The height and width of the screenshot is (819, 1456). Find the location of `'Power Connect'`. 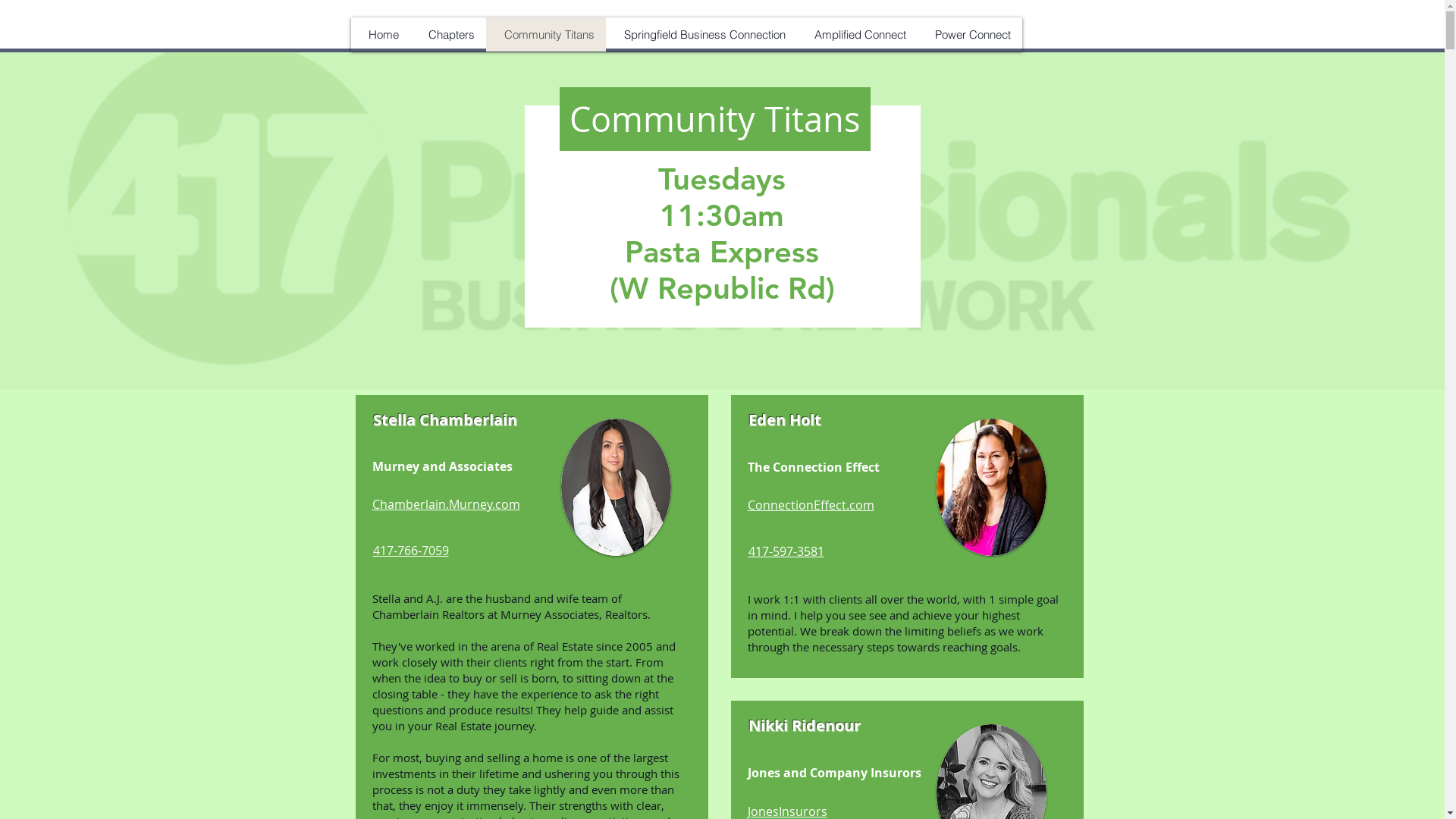

'Power Connect' is located at coordinates (968, 34).